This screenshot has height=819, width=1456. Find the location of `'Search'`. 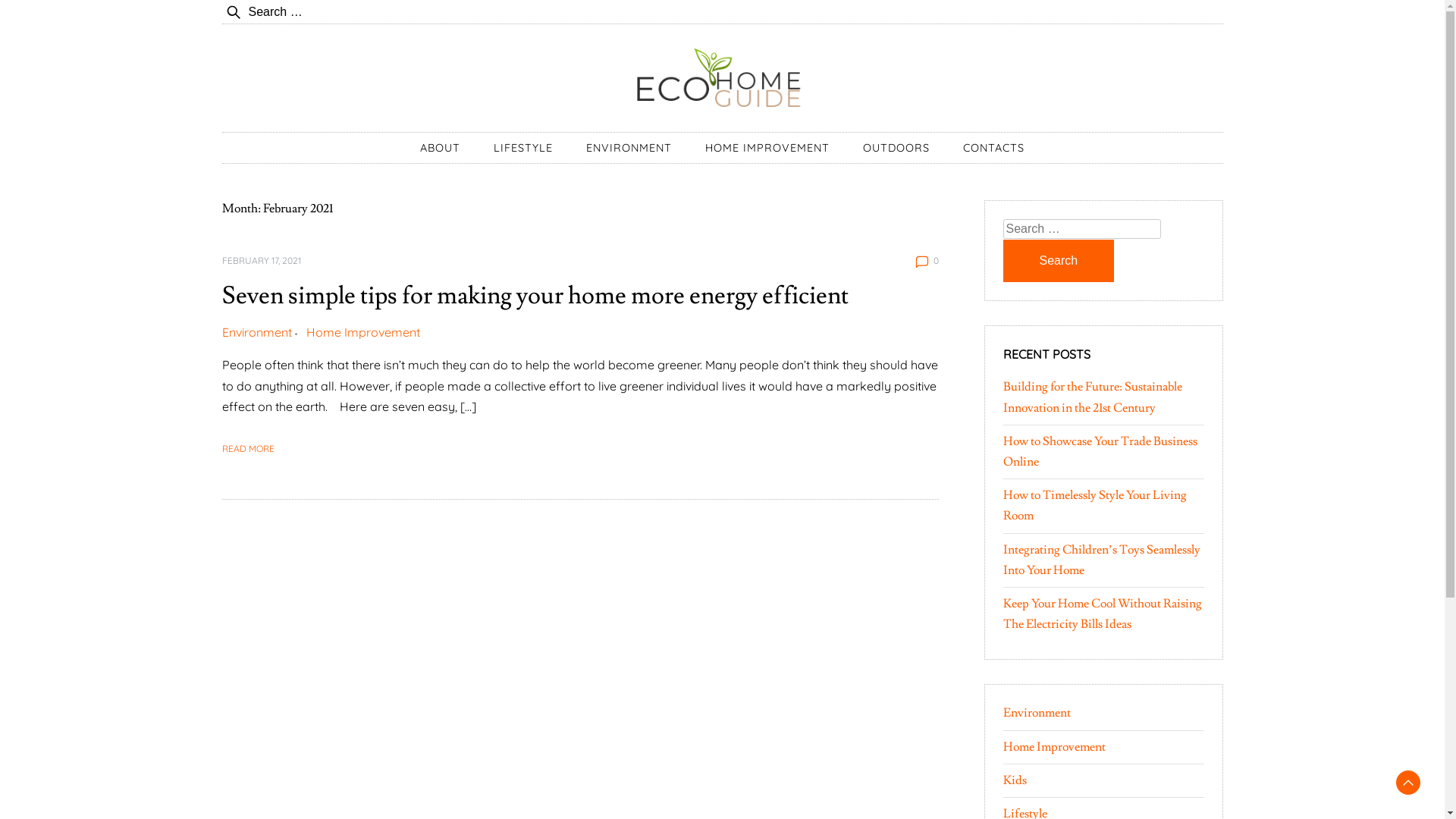

'Search' is located at coordinates (1002, 259).